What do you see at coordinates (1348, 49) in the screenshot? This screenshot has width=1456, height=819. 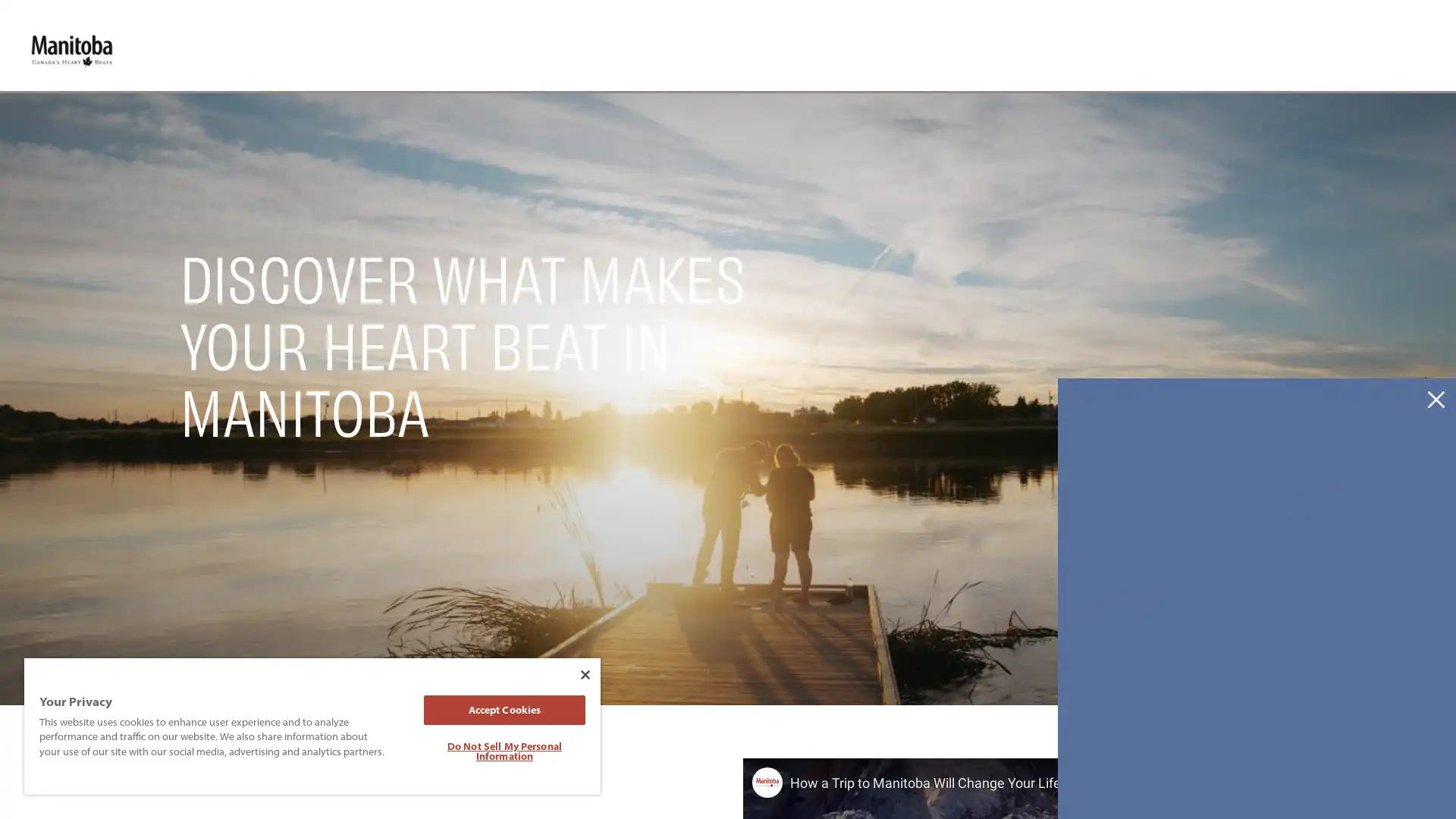 I see `Site Search` at bounding box center [1348, 49].